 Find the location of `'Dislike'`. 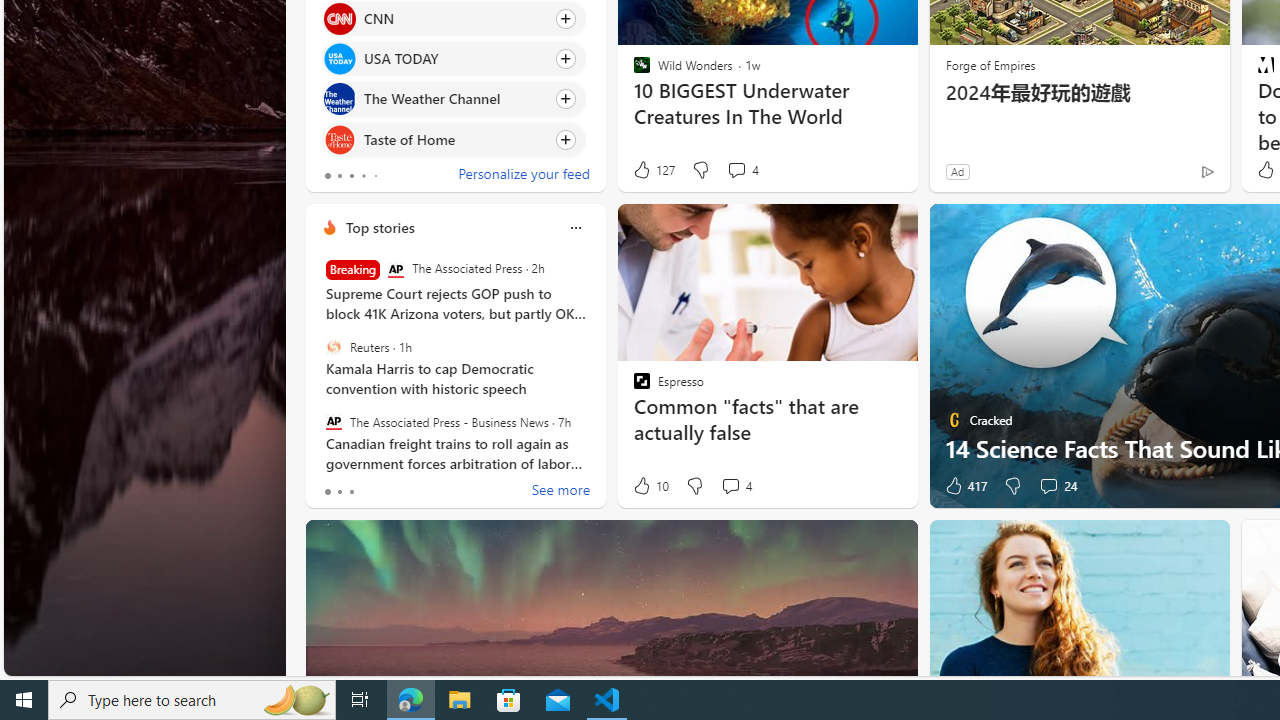

'Dislike' is located at coordinates (1012, 486).